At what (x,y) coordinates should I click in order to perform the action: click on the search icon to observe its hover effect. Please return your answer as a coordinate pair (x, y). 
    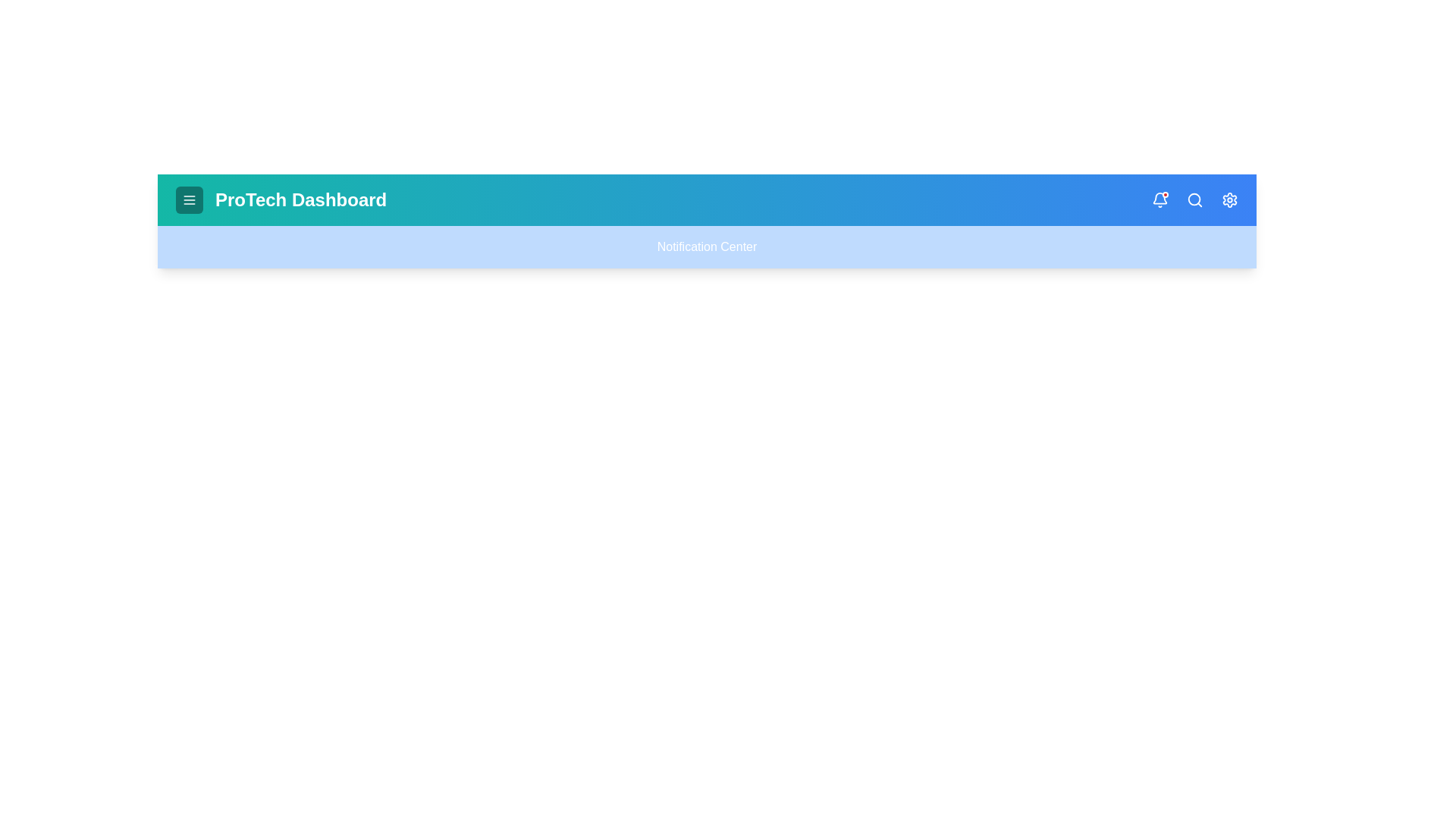
    Looking at the image, I should click on (1194, 199).